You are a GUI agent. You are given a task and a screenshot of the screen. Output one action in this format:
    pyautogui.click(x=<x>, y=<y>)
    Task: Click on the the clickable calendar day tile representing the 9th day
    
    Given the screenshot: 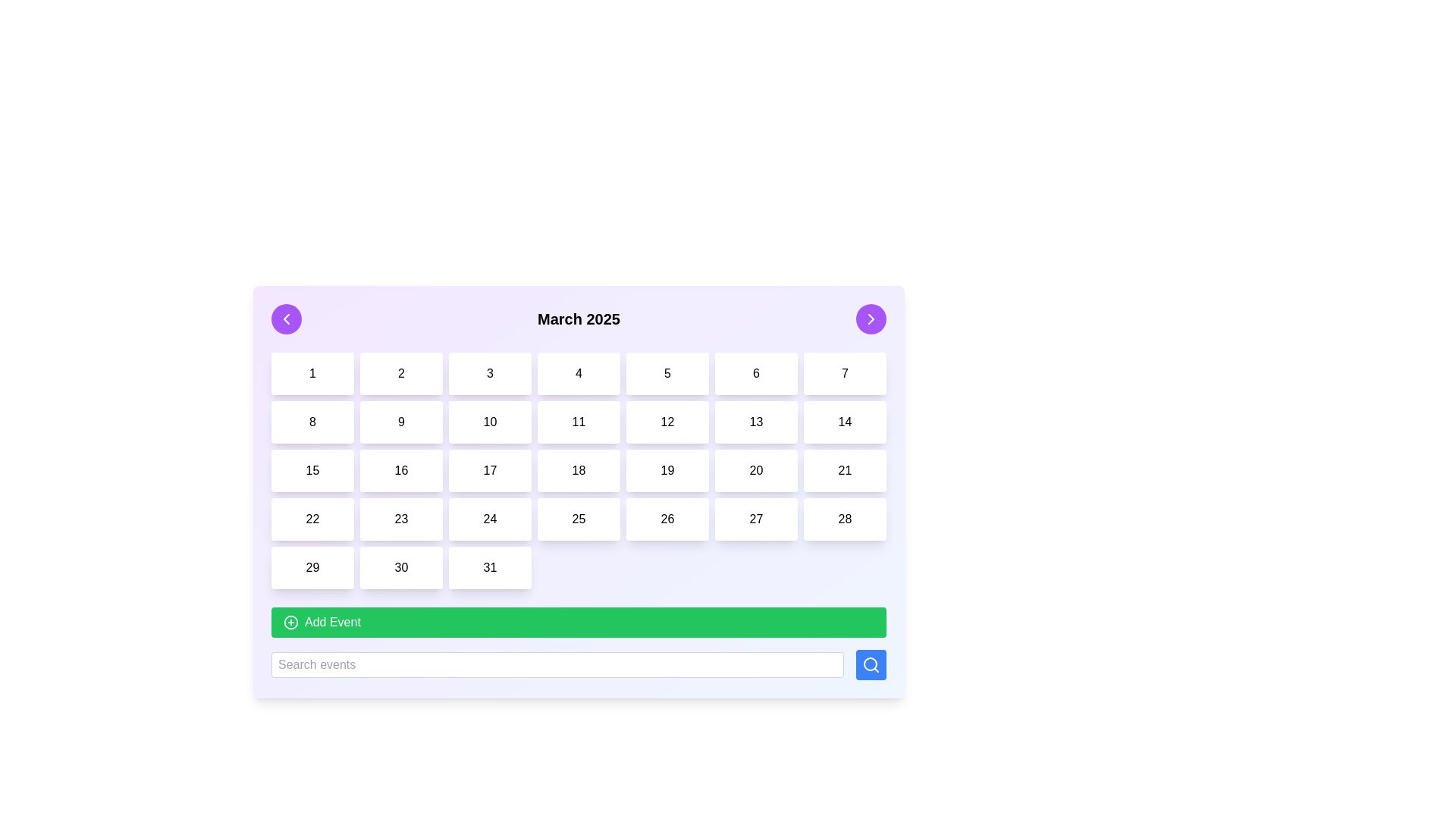 What is the action you would take?
    pyautogui.click(x=401, y=422)
    